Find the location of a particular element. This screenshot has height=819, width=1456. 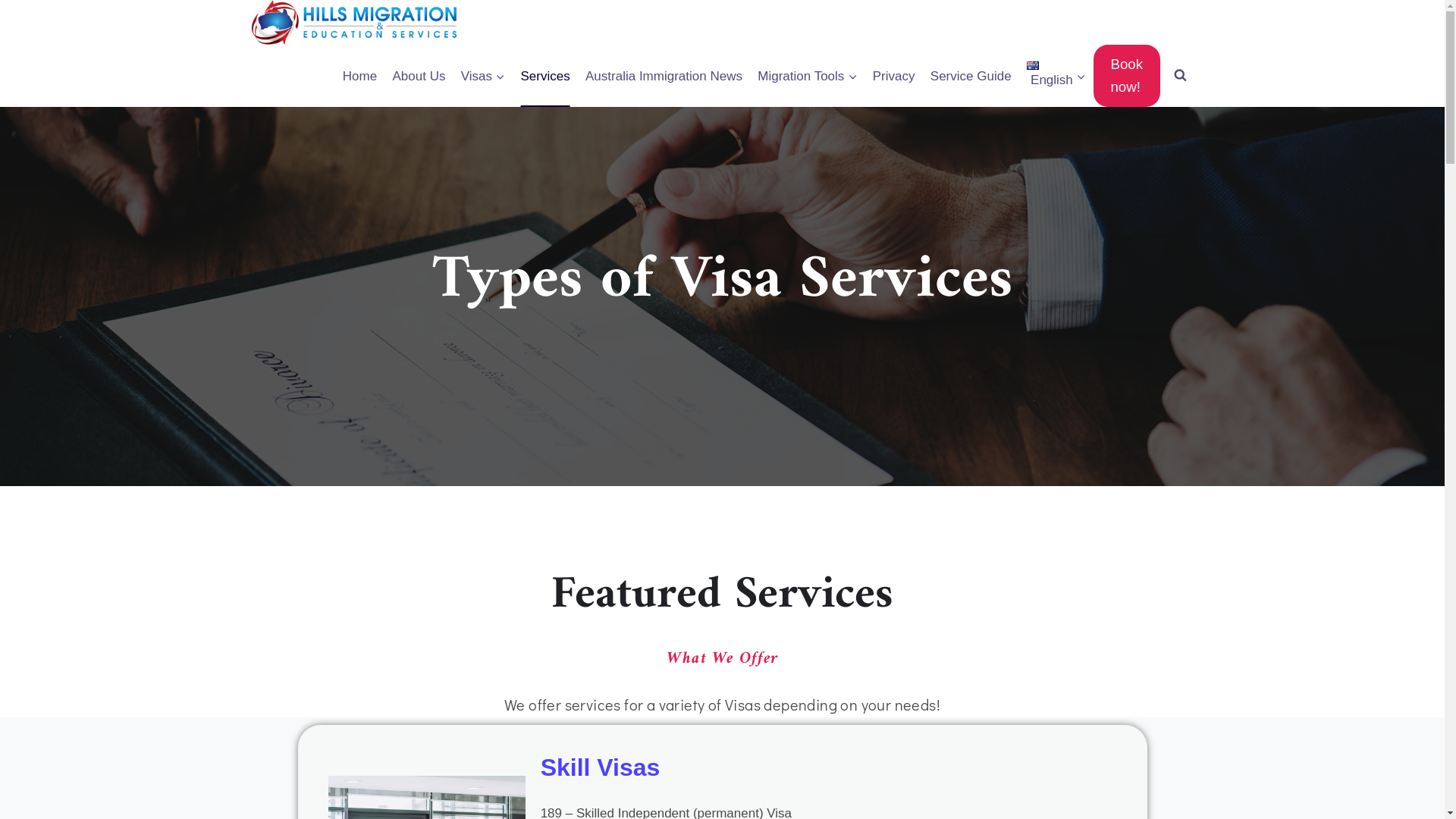

'Privacy' is located at coordinates (865, 76).